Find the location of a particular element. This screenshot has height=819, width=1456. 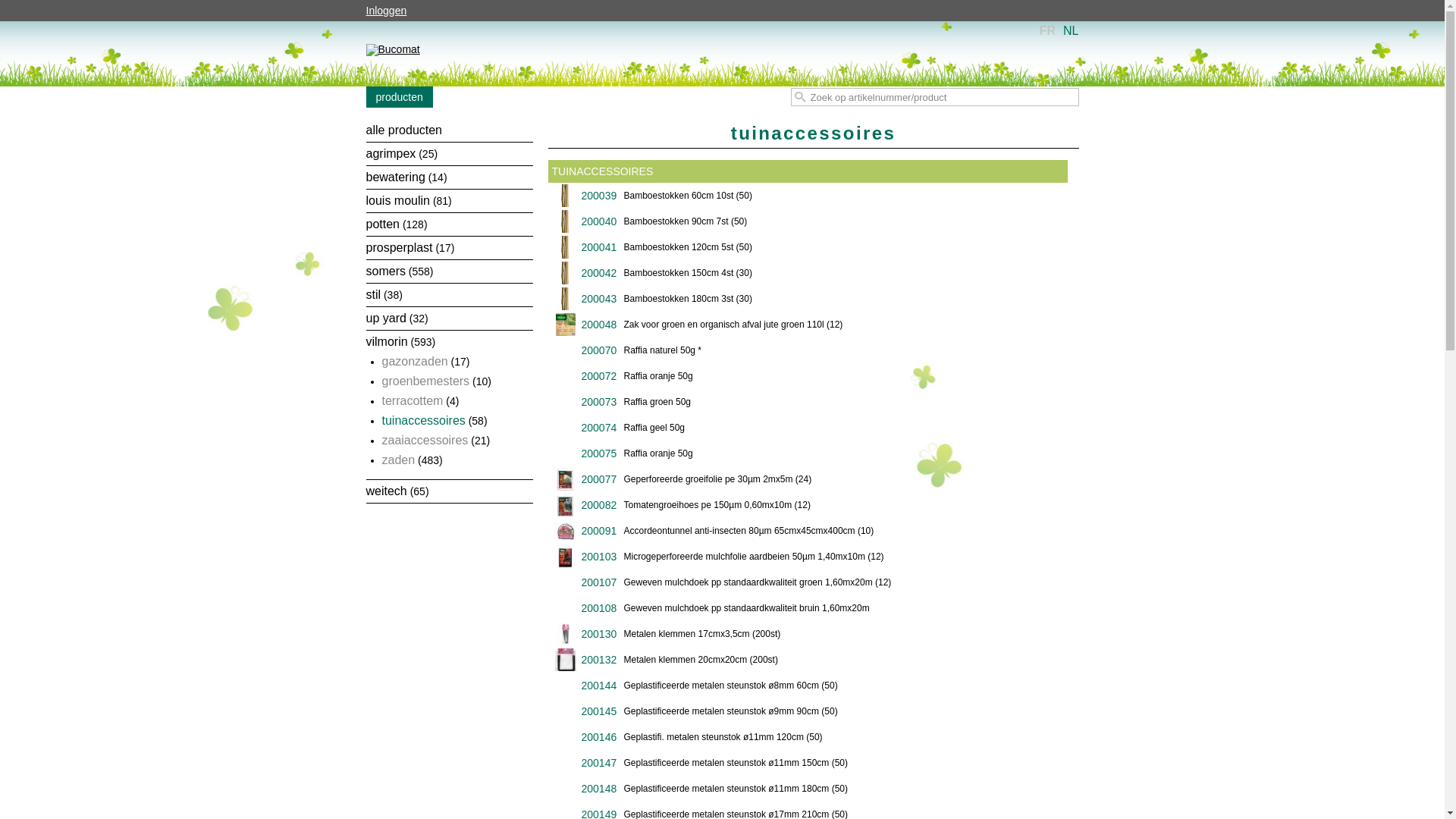

'somers' is located at coordinates (385, 270).